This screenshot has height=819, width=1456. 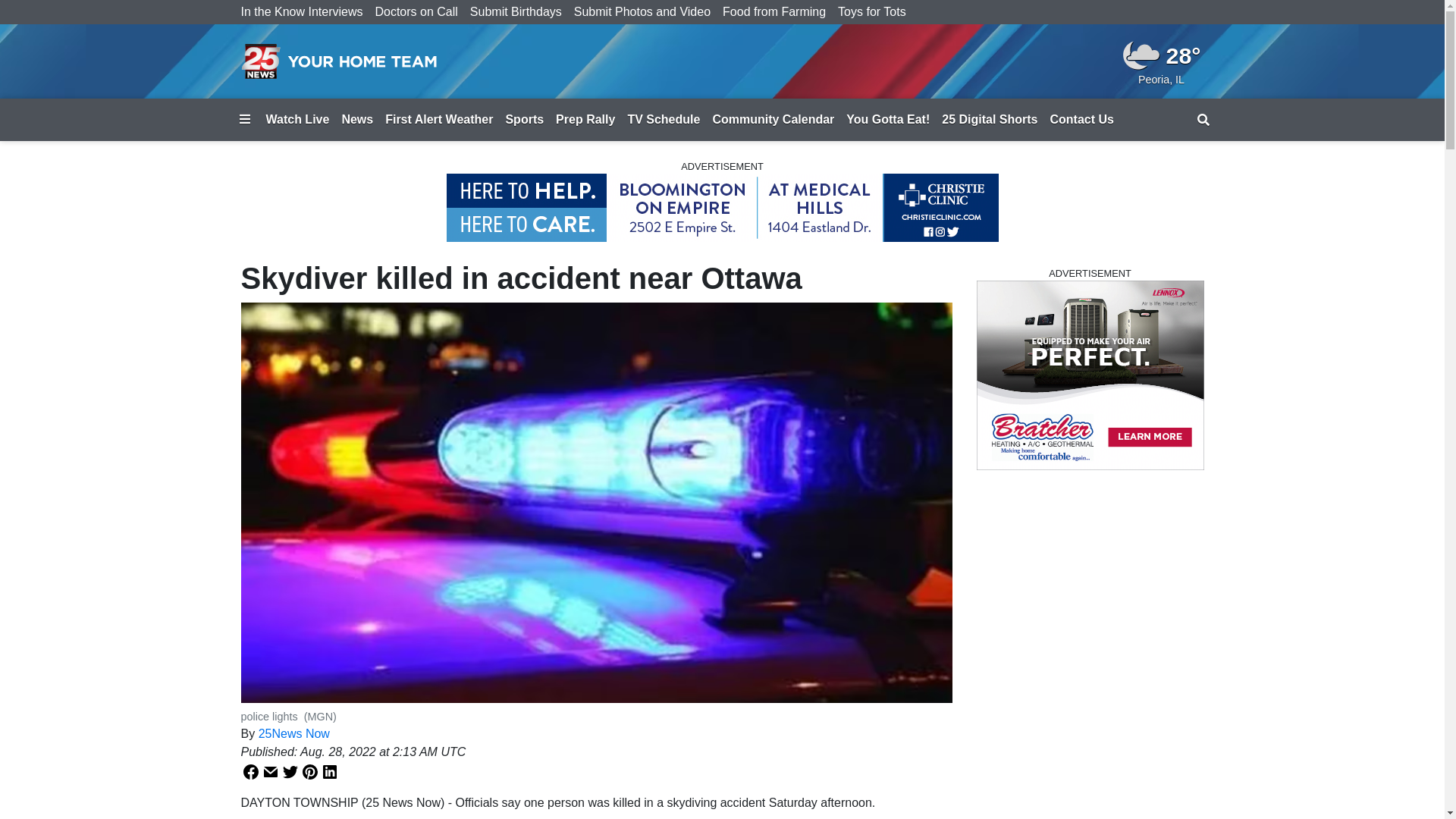 I want to click on 'Food from Farming', so click(x=774, y=11).